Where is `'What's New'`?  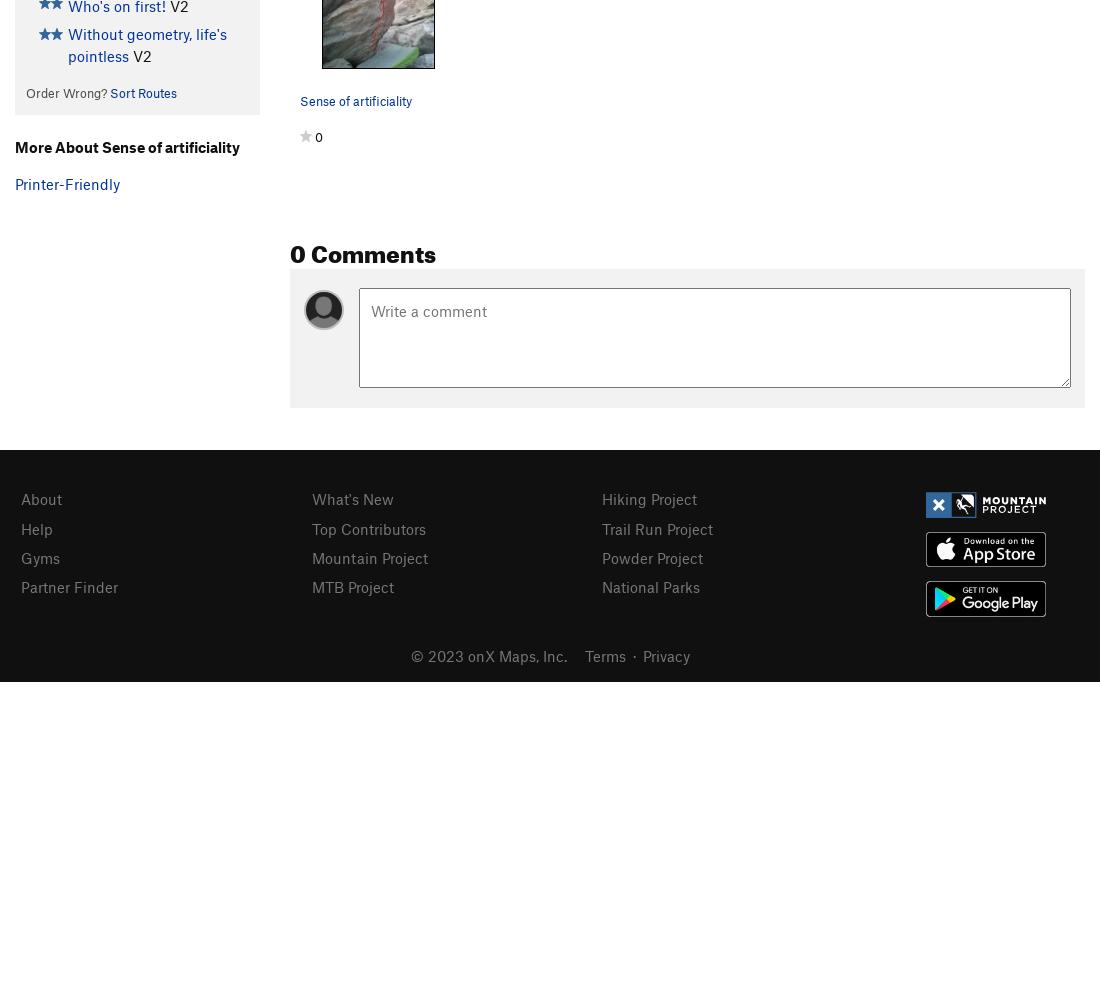 'What's New' is located at coordinates (352, 498).